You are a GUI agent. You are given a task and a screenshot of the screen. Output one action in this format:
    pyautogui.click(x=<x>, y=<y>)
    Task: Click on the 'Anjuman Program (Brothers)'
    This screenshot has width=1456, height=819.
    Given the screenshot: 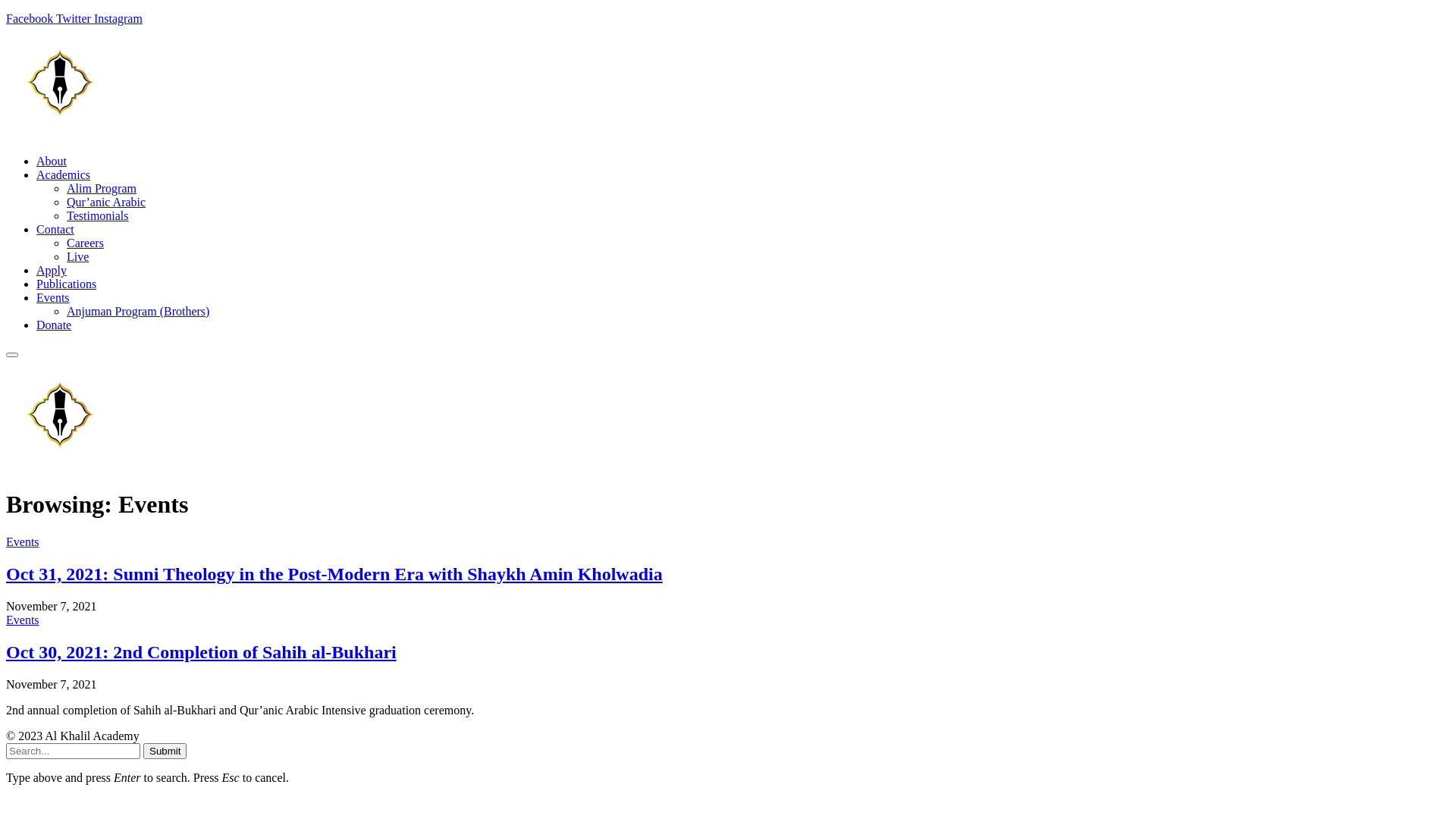 What is the action you would take?
    pyautogui.click(x=65, y=310)
    